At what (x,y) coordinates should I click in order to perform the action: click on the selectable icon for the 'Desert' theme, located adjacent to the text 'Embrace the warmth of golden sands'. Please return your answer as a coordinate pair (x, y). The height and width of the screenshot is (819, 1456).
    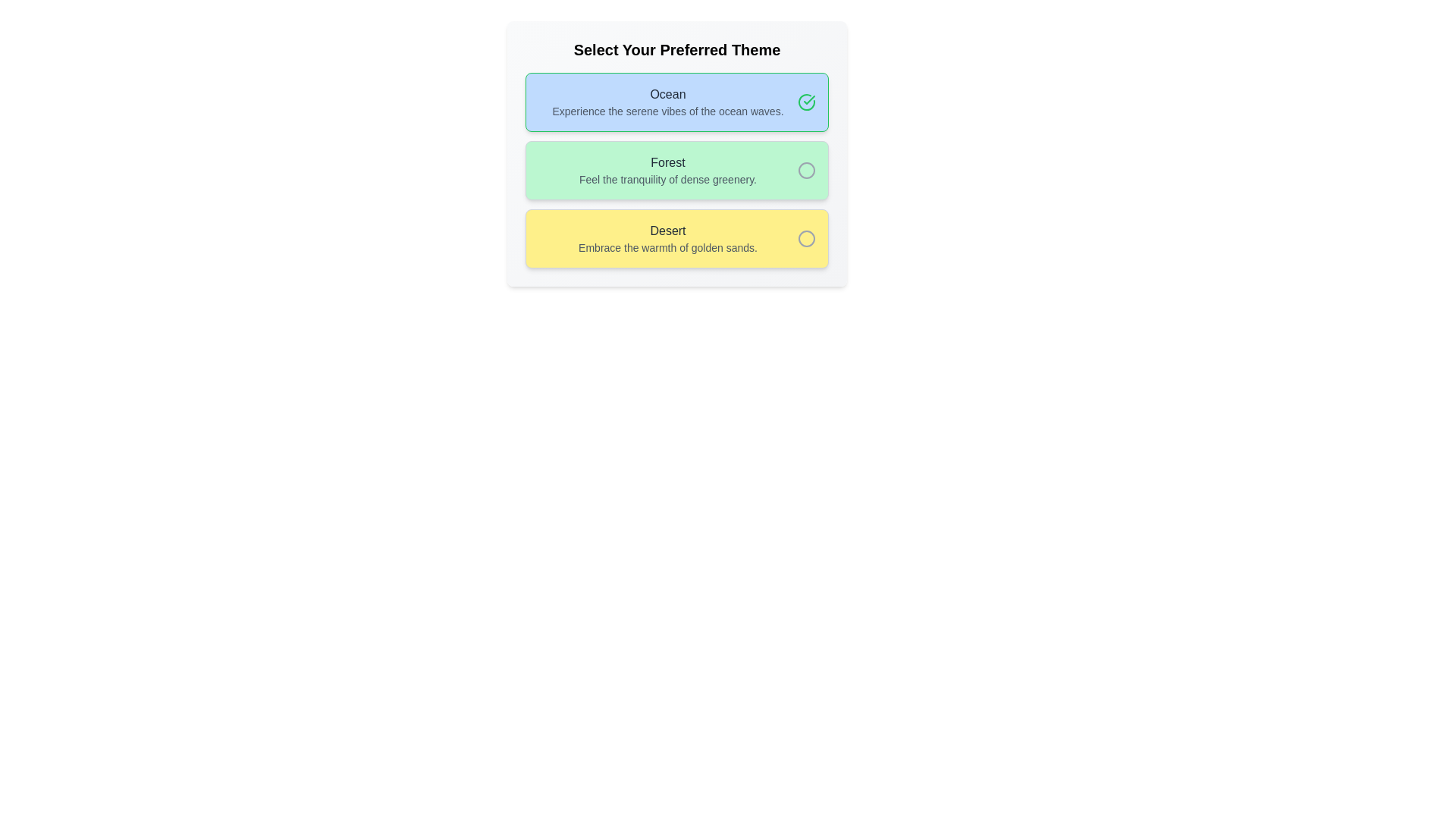
    Looking at the image, I should click on (806, 239).